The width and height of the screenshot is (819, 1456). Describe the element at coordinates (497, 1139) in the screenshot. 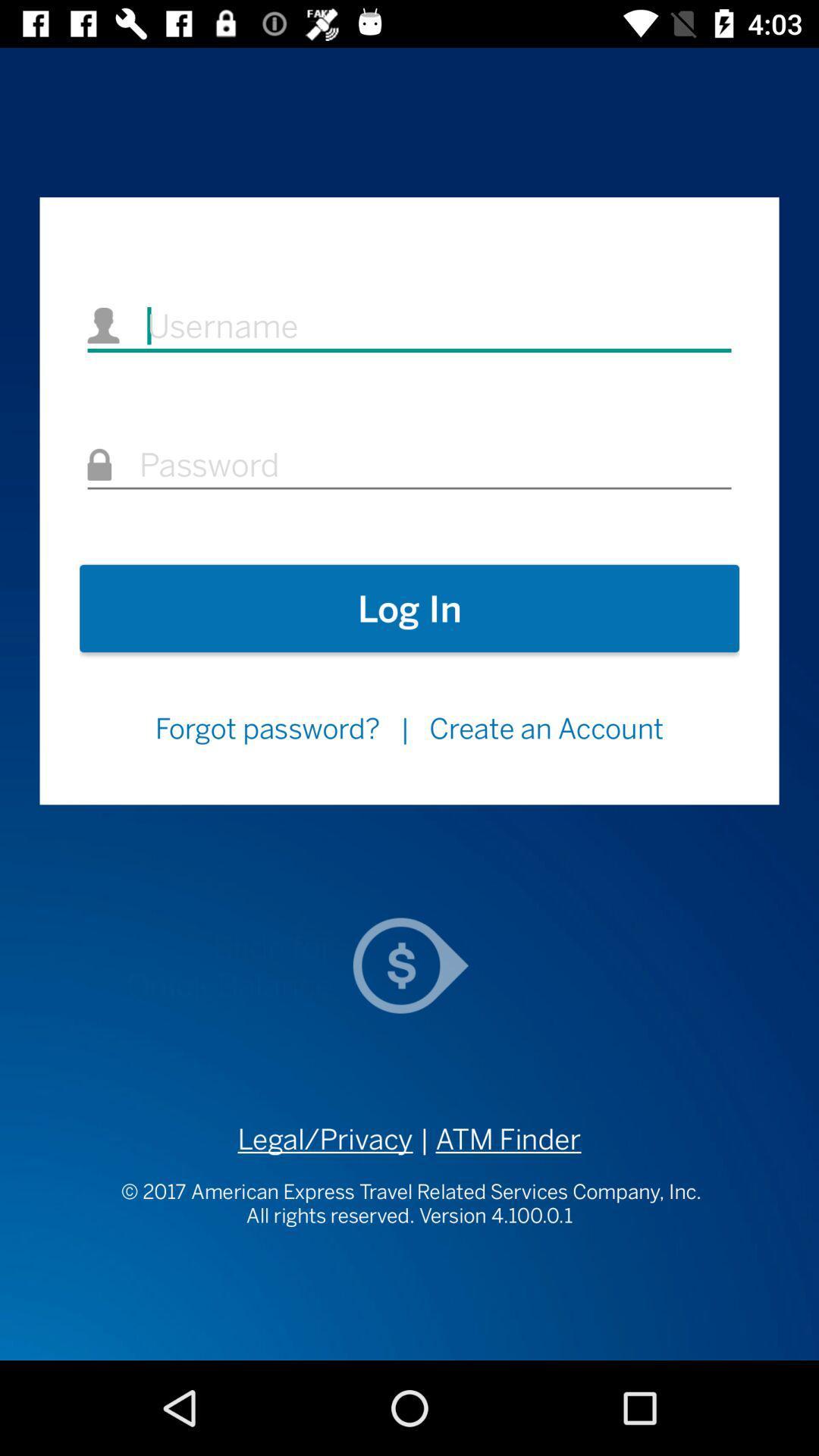

I see `item above 2017 american express item` at that location.